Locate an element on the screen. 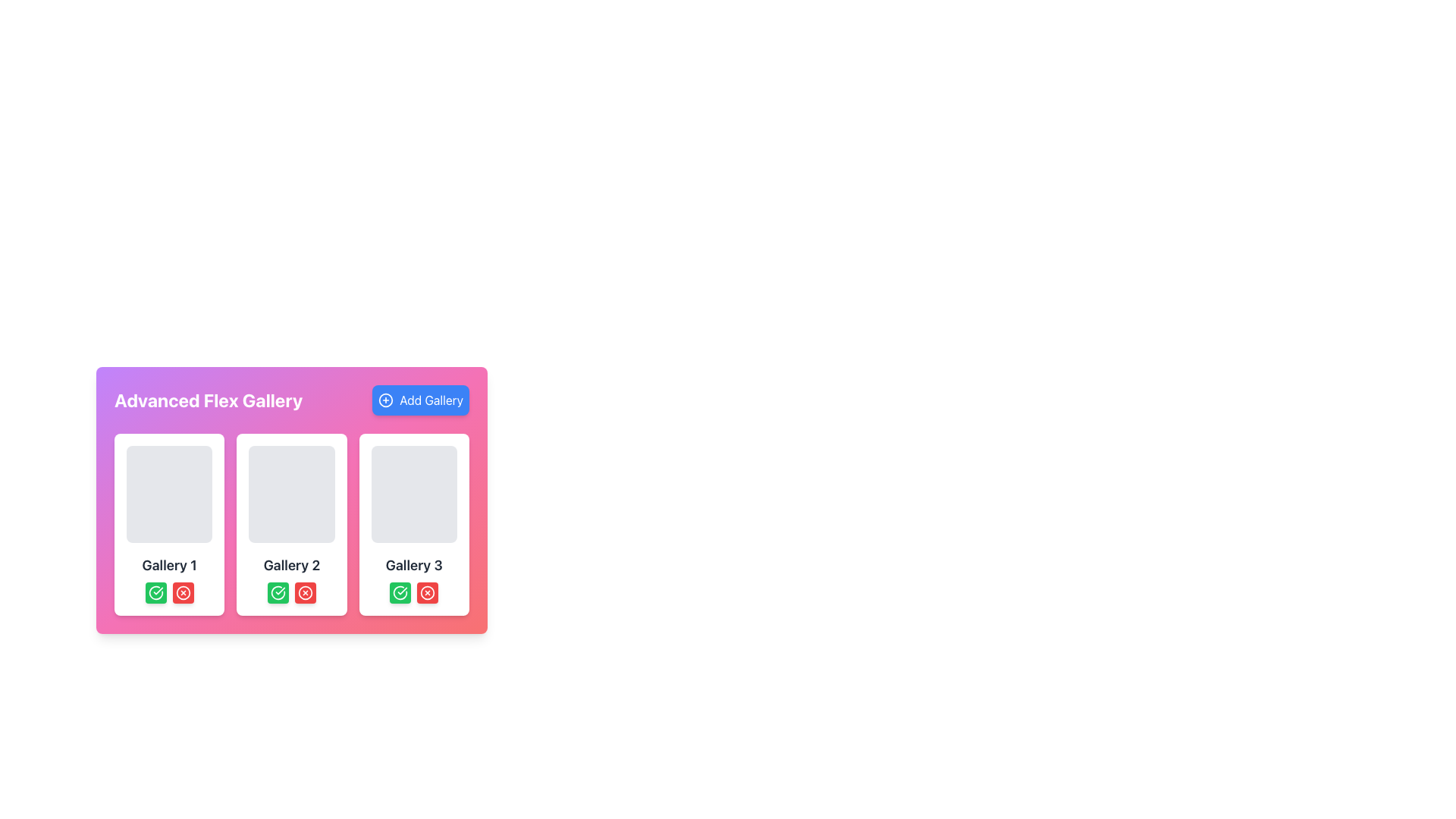 The height and width of the screenshot is (819, 1456). the Gallery card that serves as a preview for 'Gallery 2', located in the middle of a three-column layout as the second card is located at coordinates (291, 513).